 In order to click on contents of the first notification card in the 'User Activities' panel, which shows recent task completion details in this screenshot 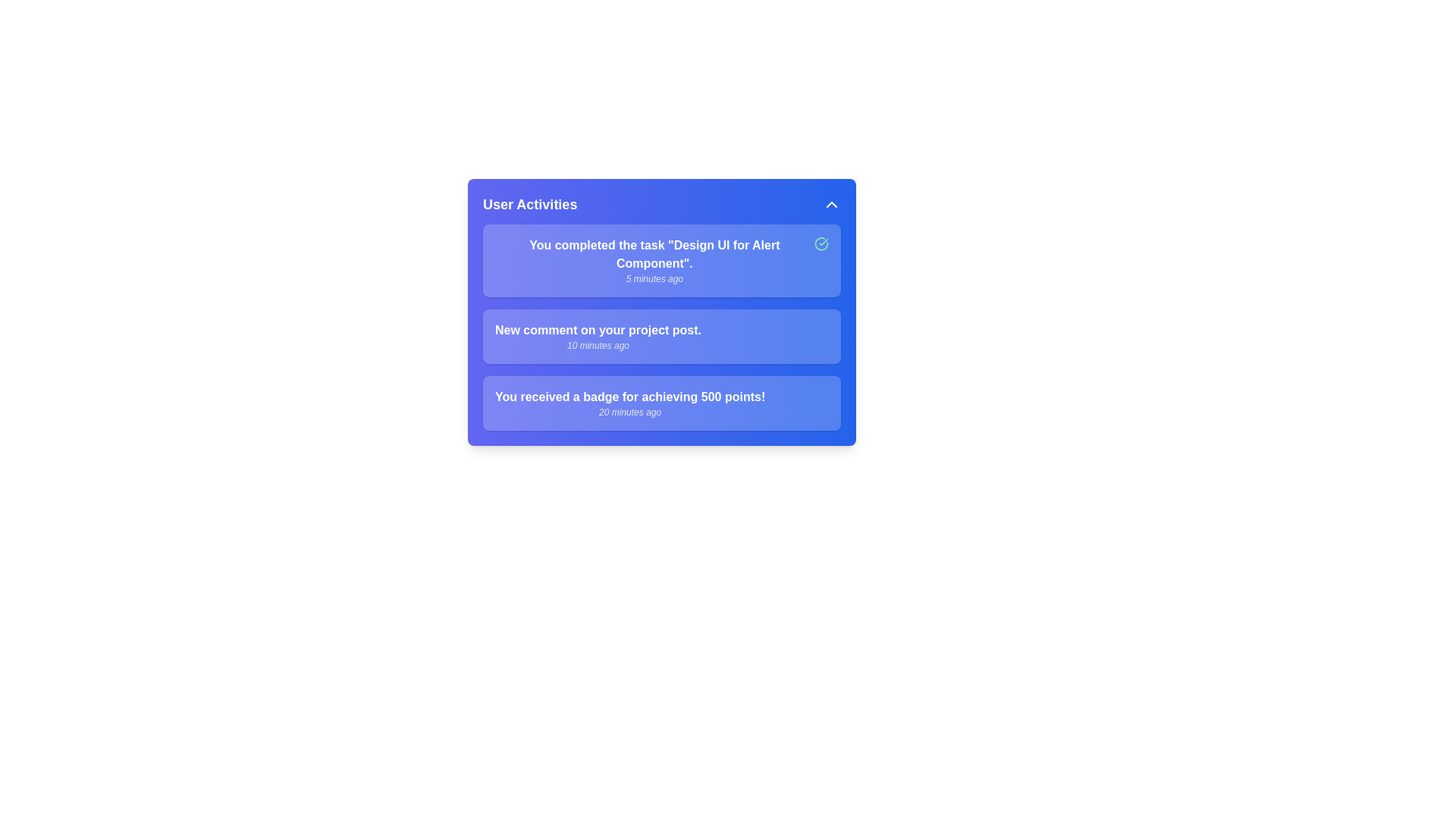, I will do `click(662, 259)`.